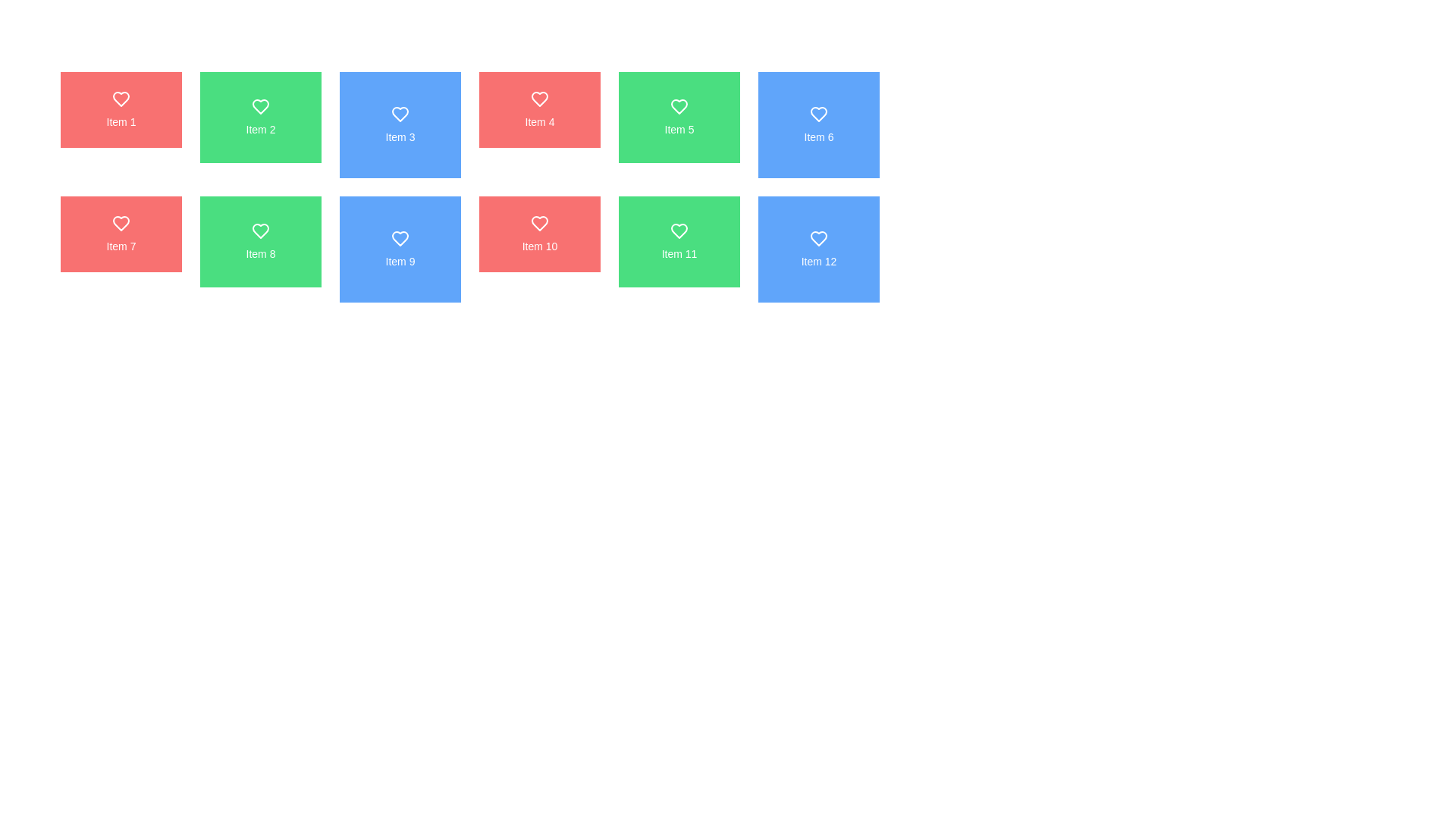  Describe the element at coordinates (818, 137) in the screenshot. I see `the text label that reads 'Item 6', which is styled in white text and located within a blue rectangular area in the grid layout` at that location.